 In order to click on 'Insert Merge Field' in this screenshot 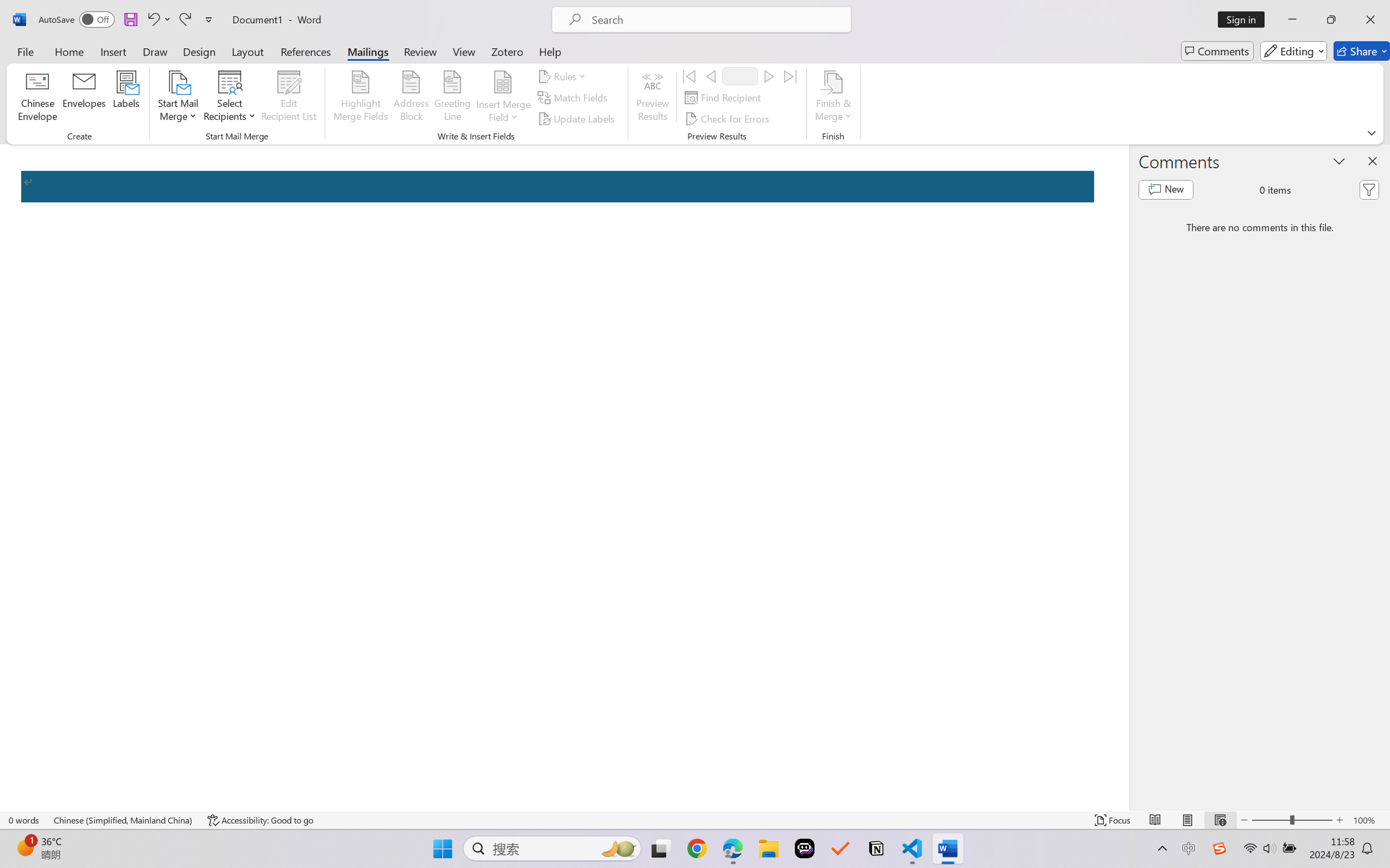, I will do `click(503, 82)`.